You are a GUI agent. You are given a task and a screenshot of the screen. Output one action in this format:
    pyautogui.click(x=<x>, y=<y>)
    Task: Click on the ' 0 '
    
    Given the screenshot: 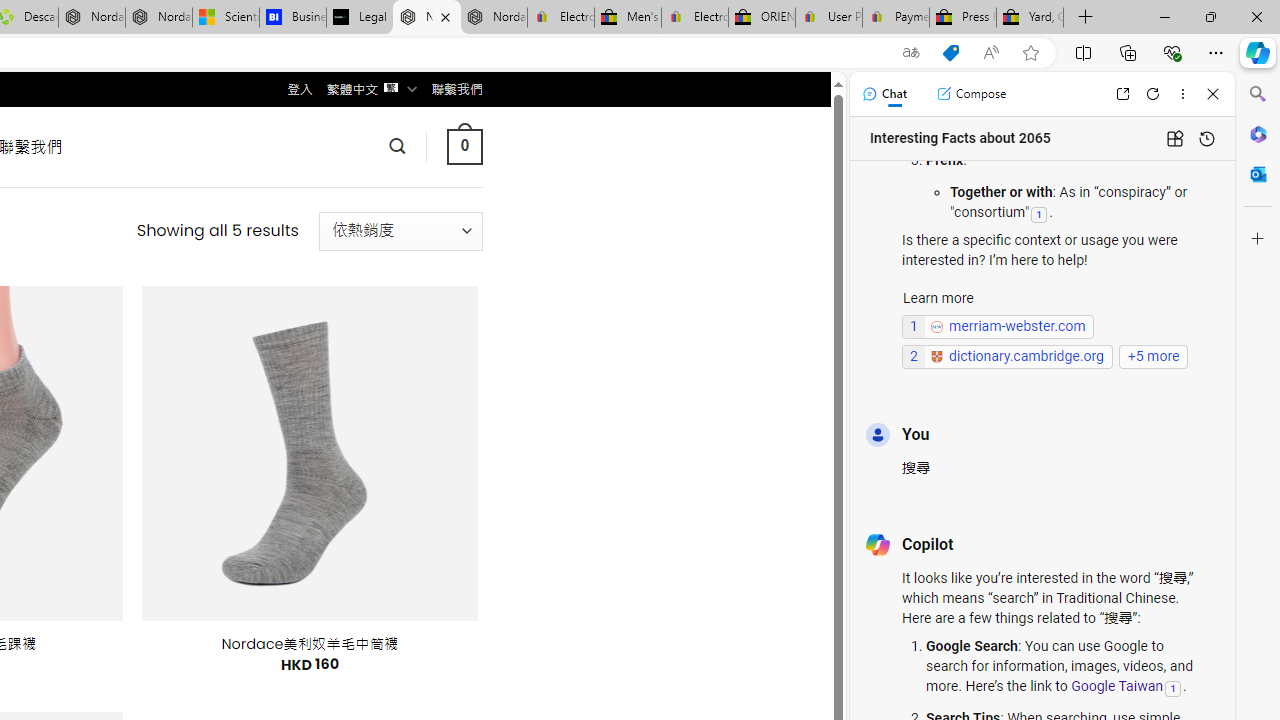 What is the action you would take?
    pyautogui.click(x=463, y=145)
    